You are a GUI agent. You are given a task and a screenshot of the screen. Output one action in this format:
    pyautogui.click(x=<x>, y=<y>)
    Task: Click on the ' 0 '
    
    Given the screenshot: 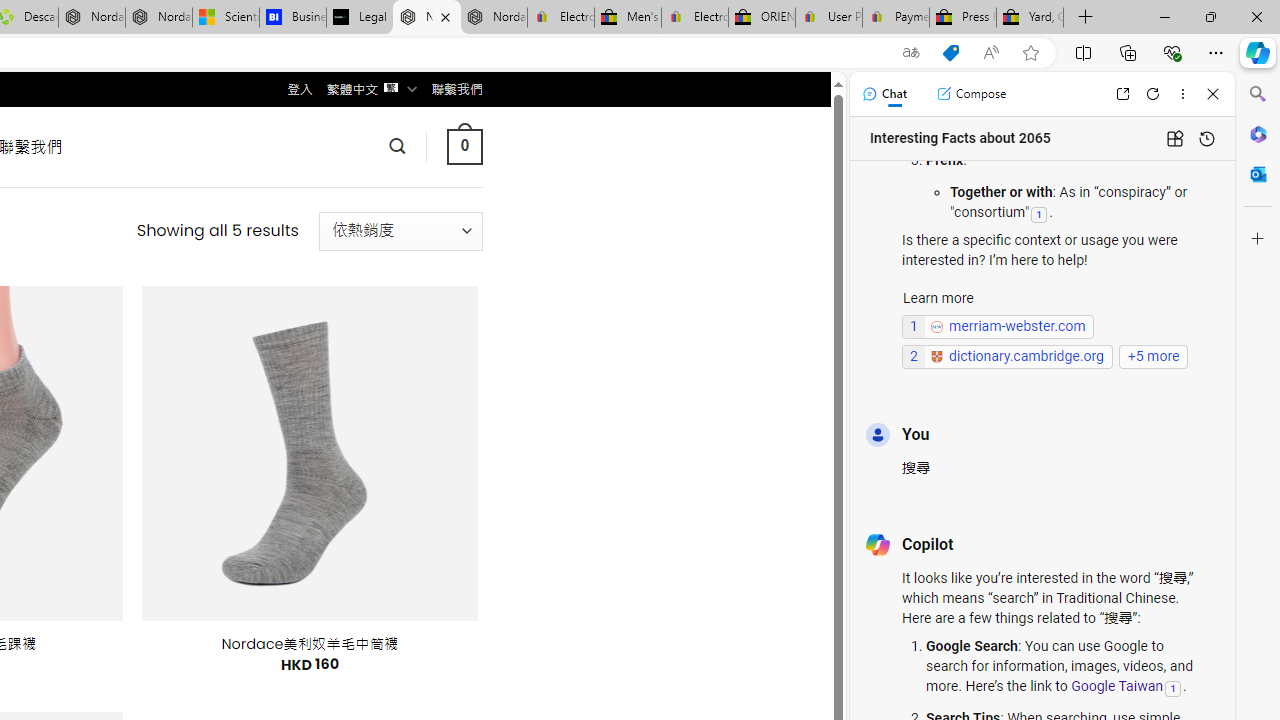 What is the action you would take?
    pyautogui.click(x=463, y=145)
    